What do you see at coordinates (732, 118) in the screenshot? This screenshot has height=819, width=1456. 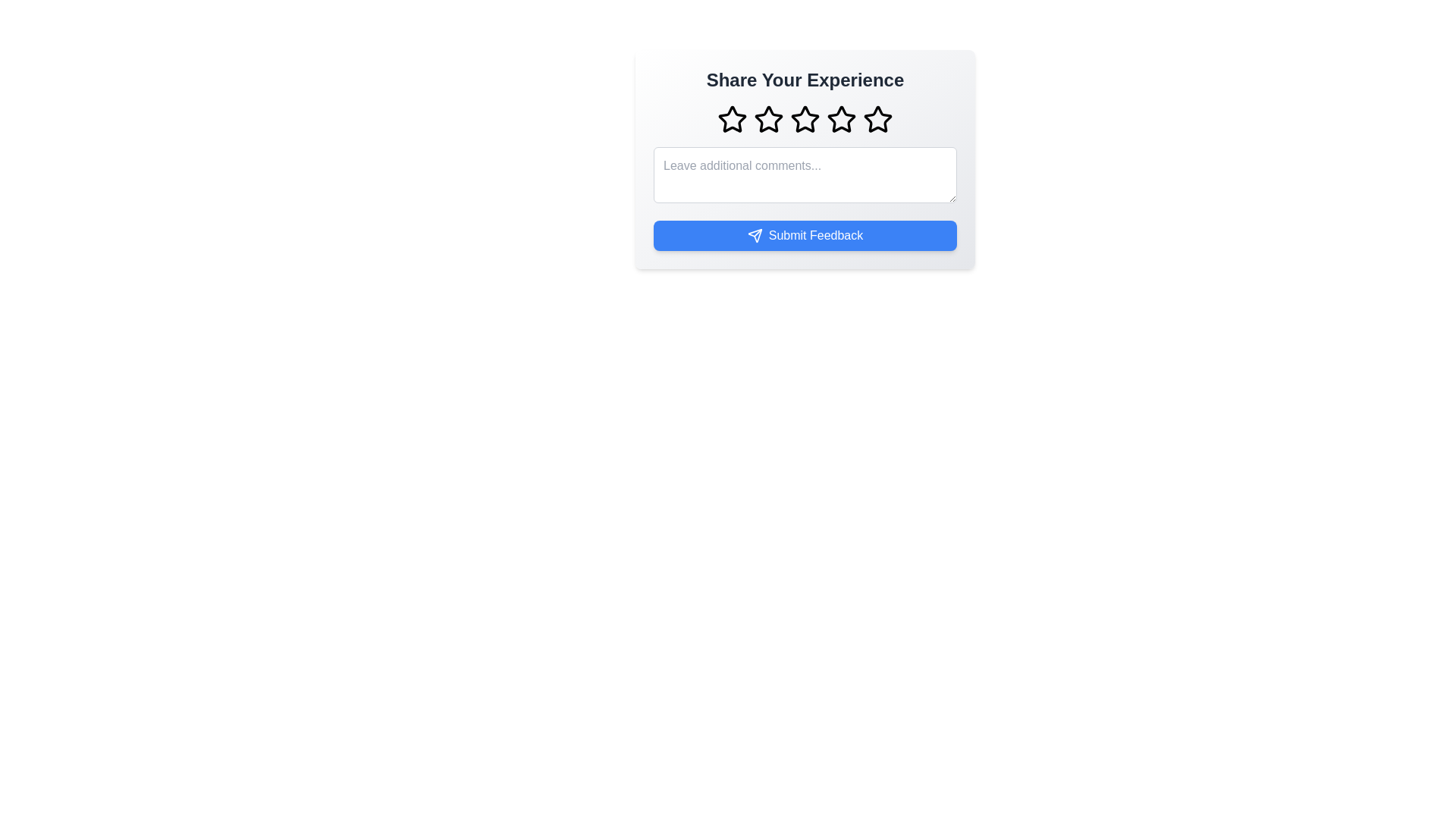 I see `the first star icon in the horizontal row of rating stars` at bounding box center [732, 118].